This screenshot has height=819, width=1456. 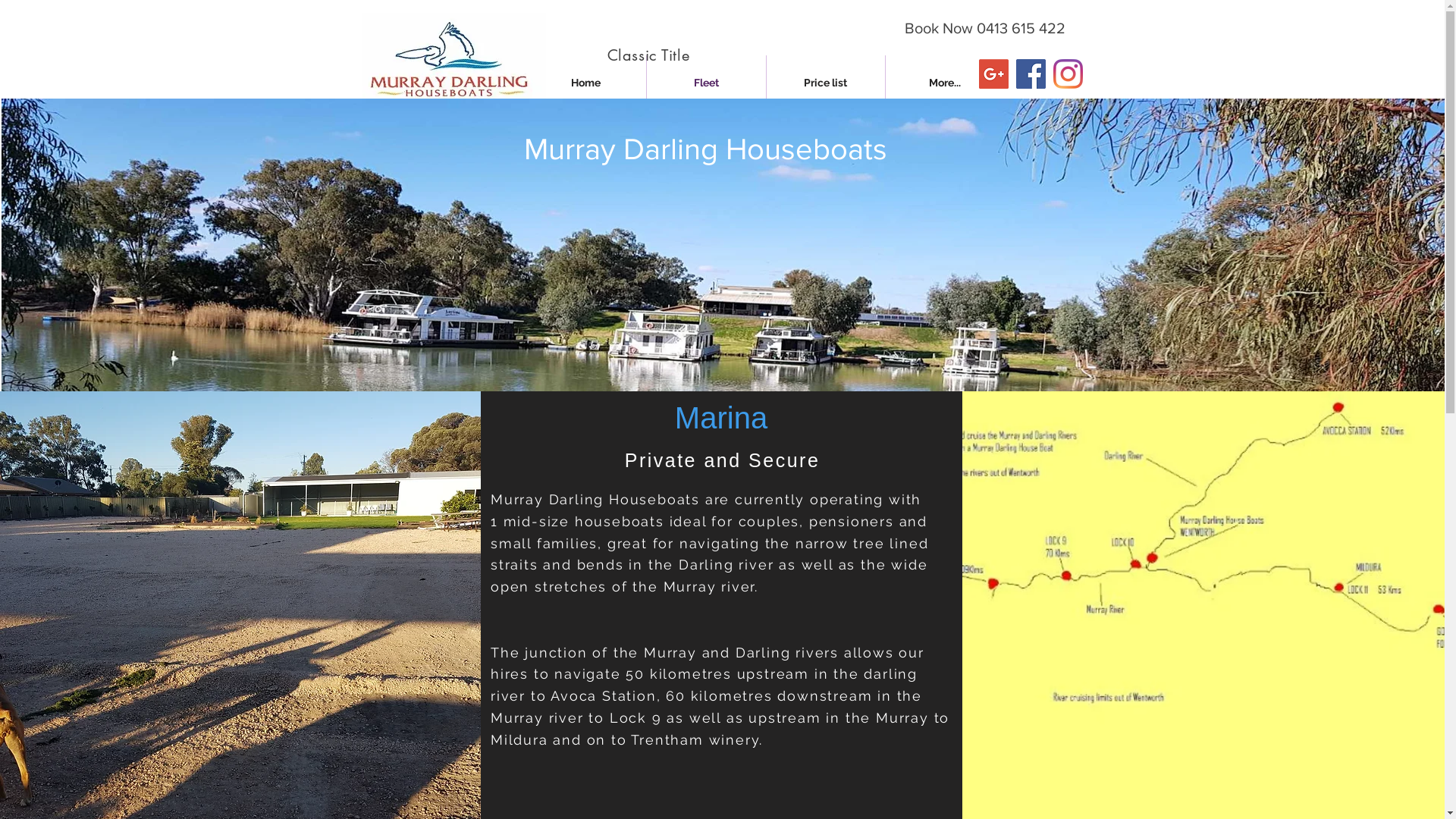 I want to click on 'Price list', so click(x=824, y=83).